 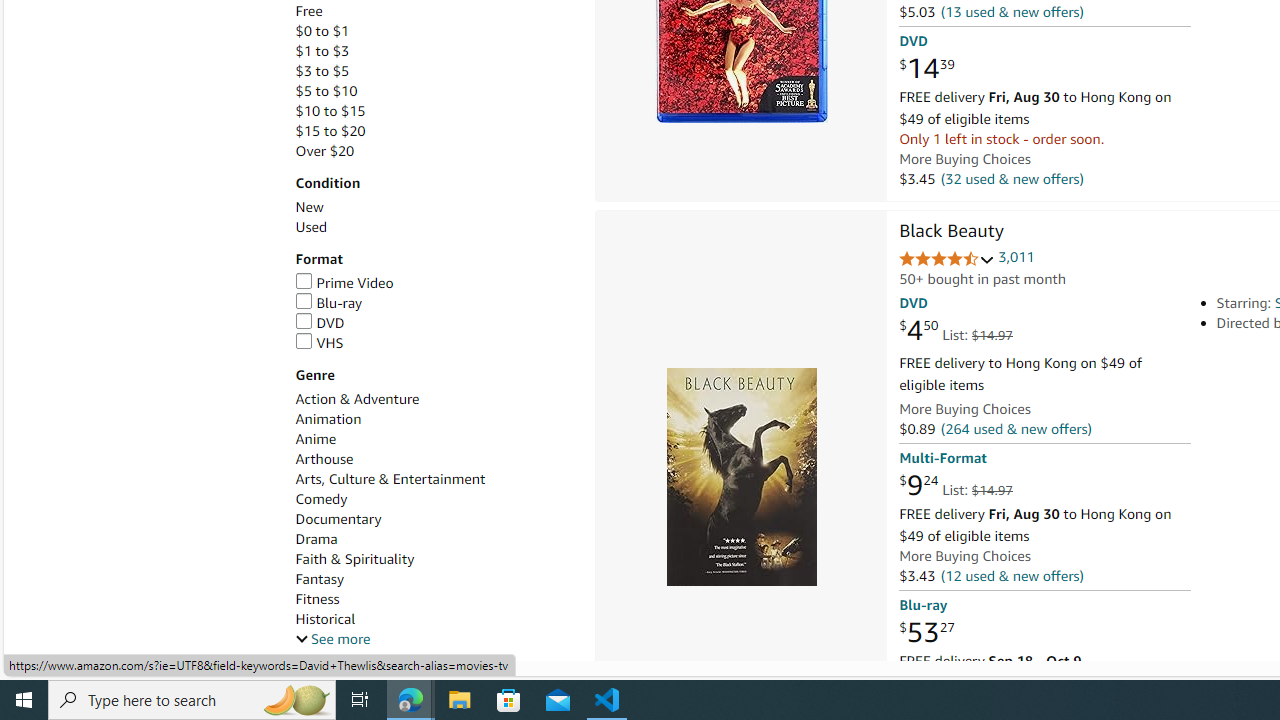 I want to click on 'Prime Video', so click(x=344, y=282).